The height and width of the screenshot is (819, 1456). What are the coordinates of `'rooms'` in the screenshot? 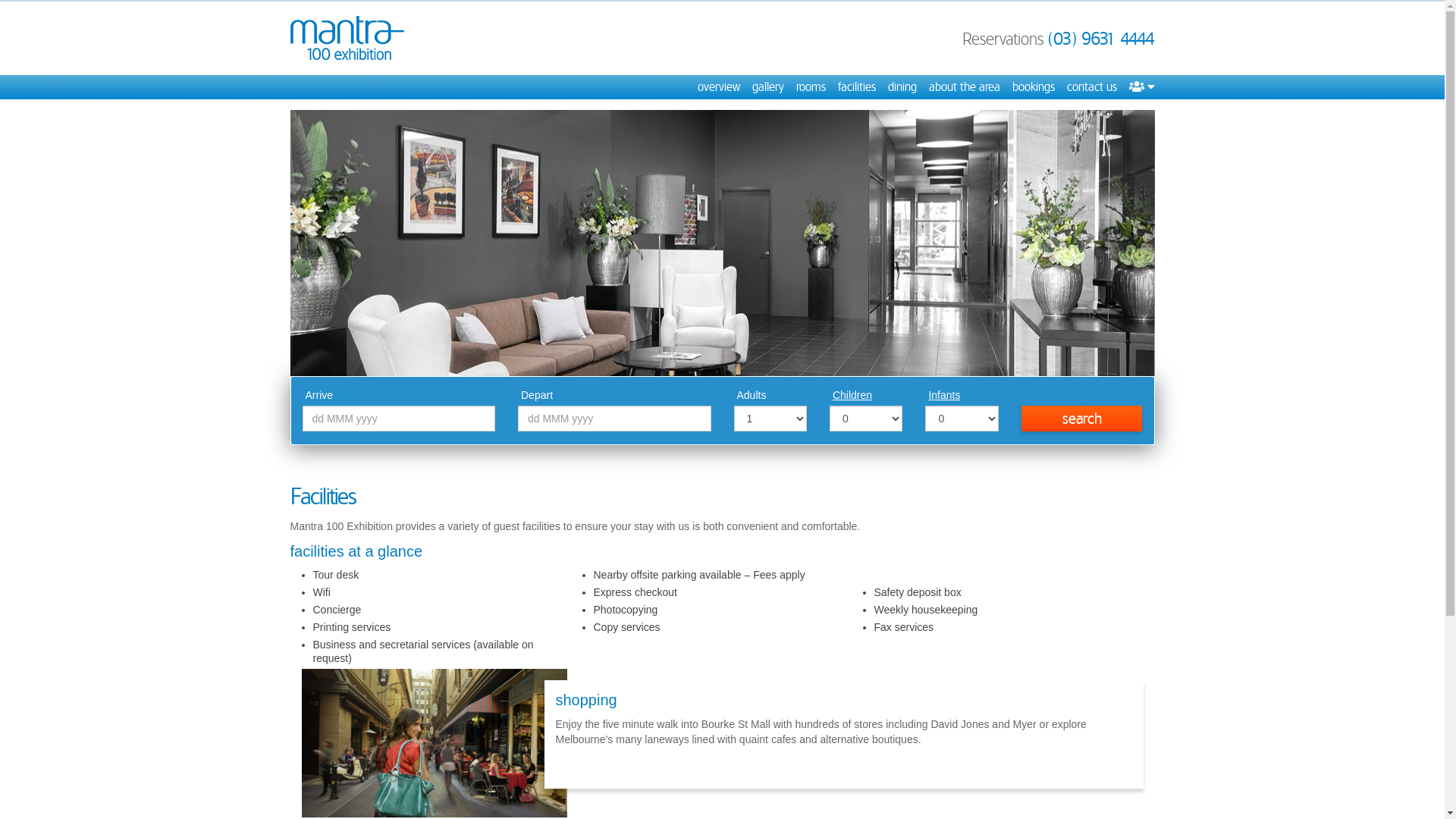 It's located at (810, 87).